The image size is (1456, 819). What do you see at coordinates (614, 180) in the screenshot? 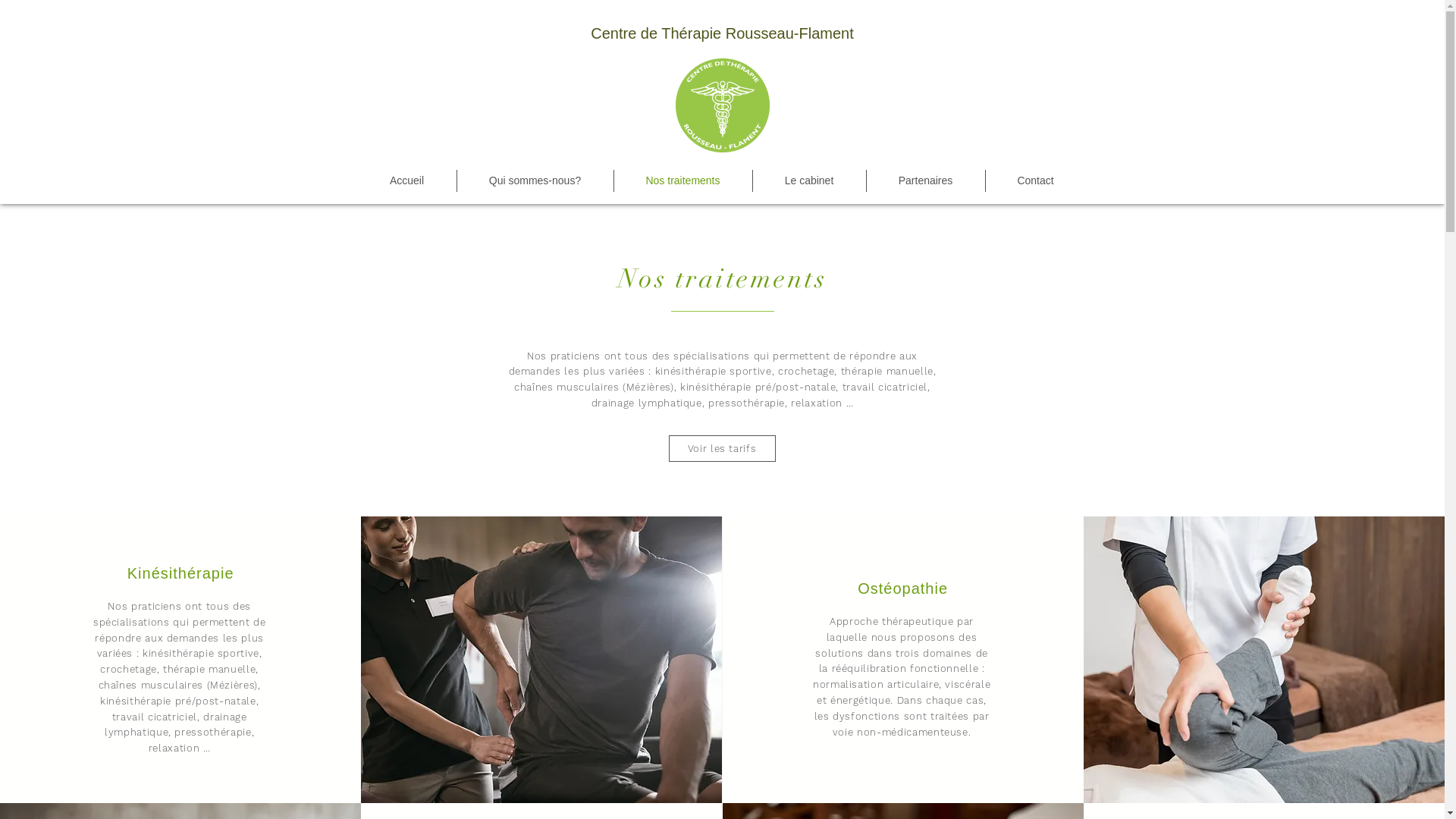
I see `'Nos traitements'` at bounding box center [614, 180].